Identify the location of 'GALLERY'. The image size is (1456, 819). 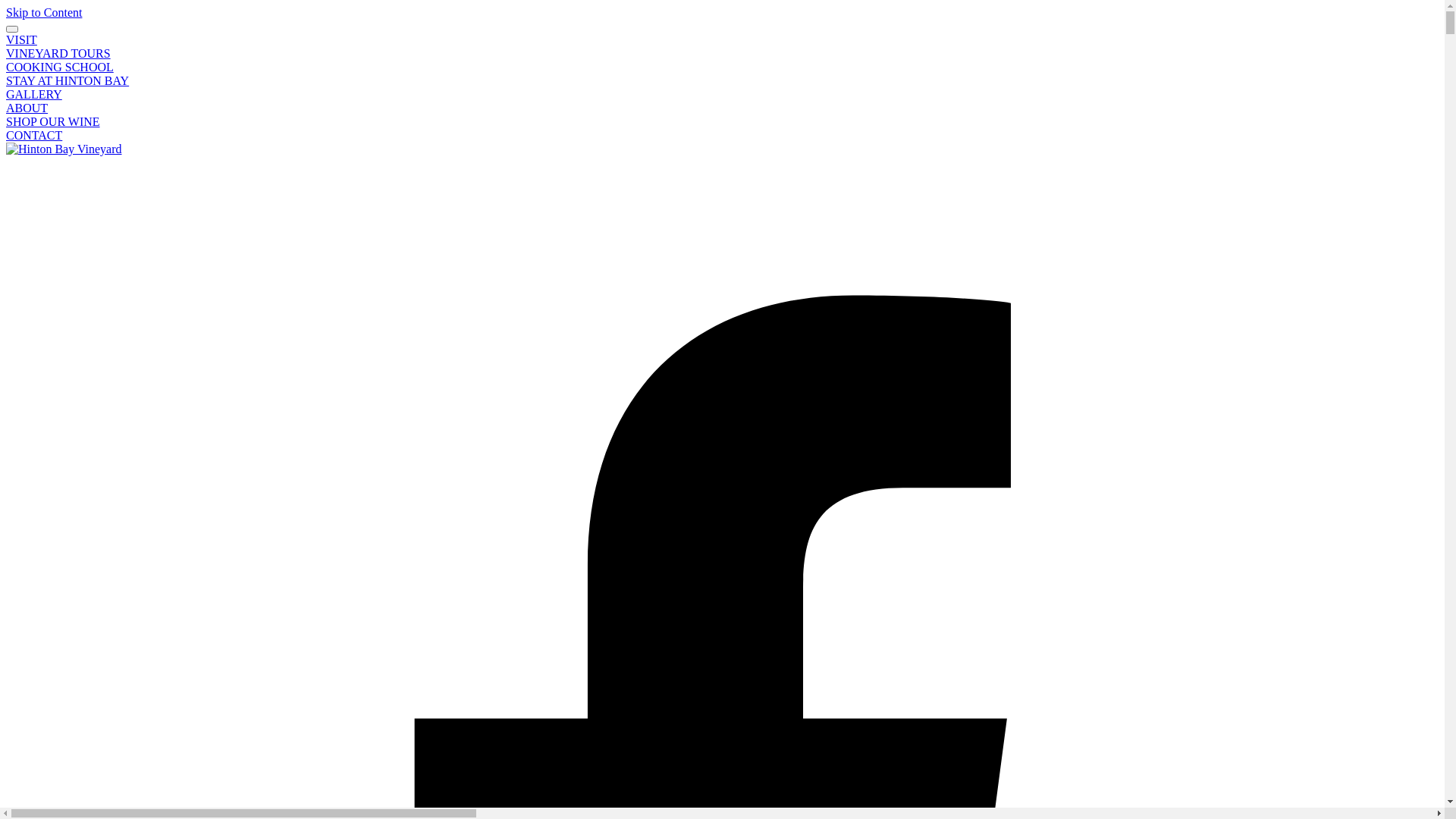
(33, 94).